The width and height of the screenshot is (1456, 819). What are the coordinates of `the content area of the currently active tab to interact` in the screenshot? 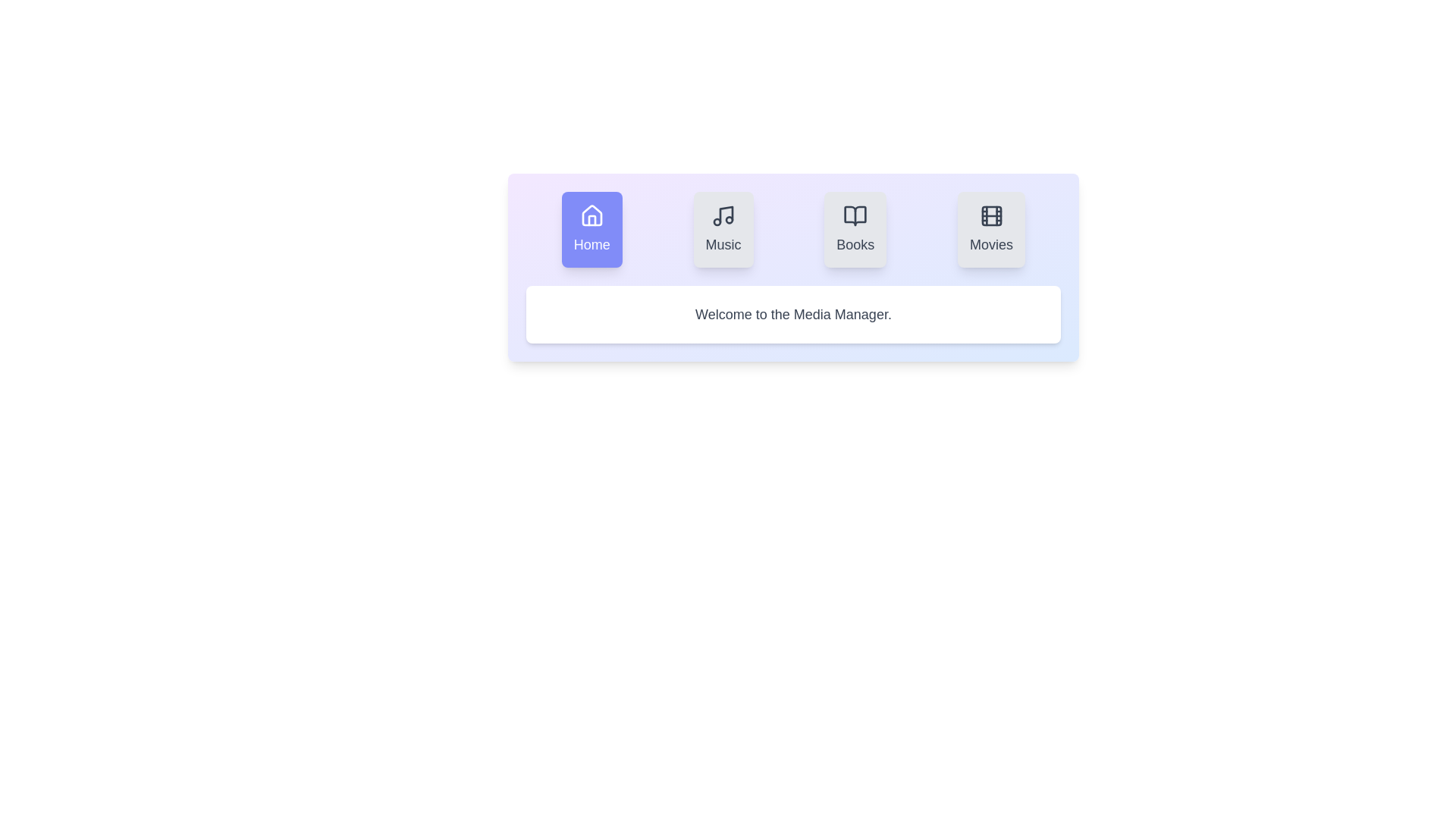 It's located at (792, 314).